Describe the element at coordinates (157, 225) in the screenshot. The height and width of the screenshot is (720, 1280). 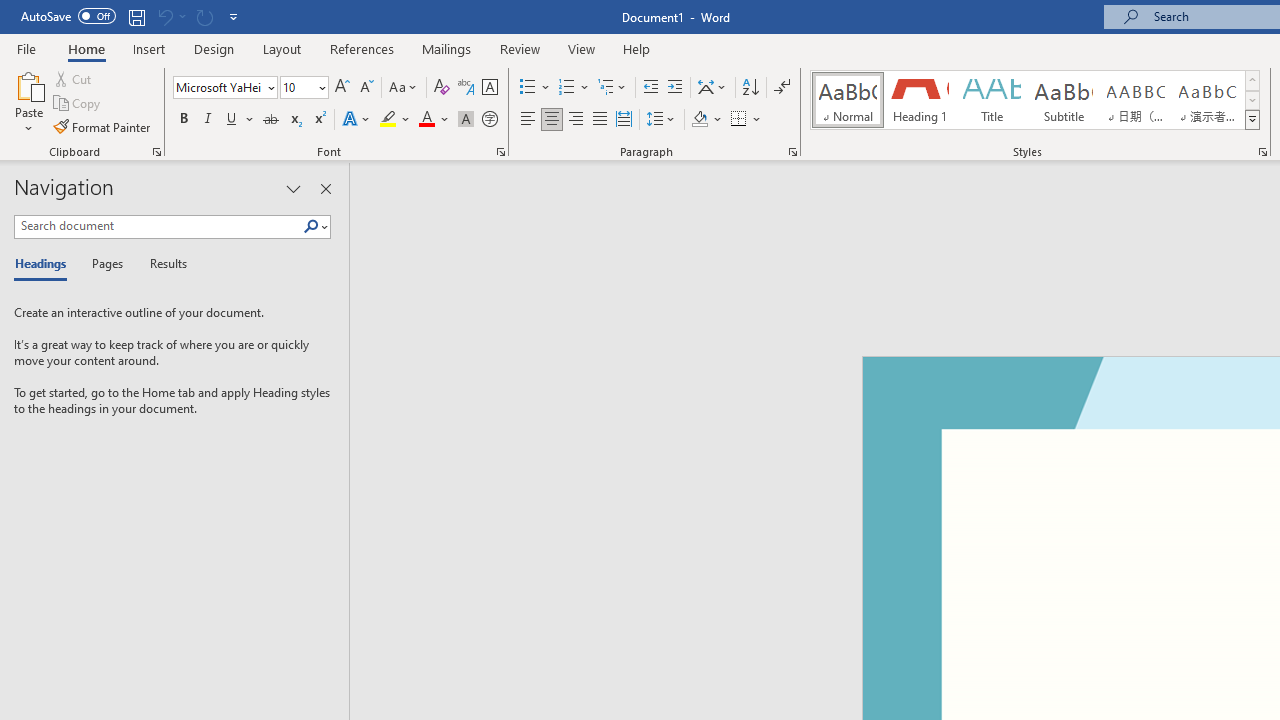
I see `'Search document'` at that location.